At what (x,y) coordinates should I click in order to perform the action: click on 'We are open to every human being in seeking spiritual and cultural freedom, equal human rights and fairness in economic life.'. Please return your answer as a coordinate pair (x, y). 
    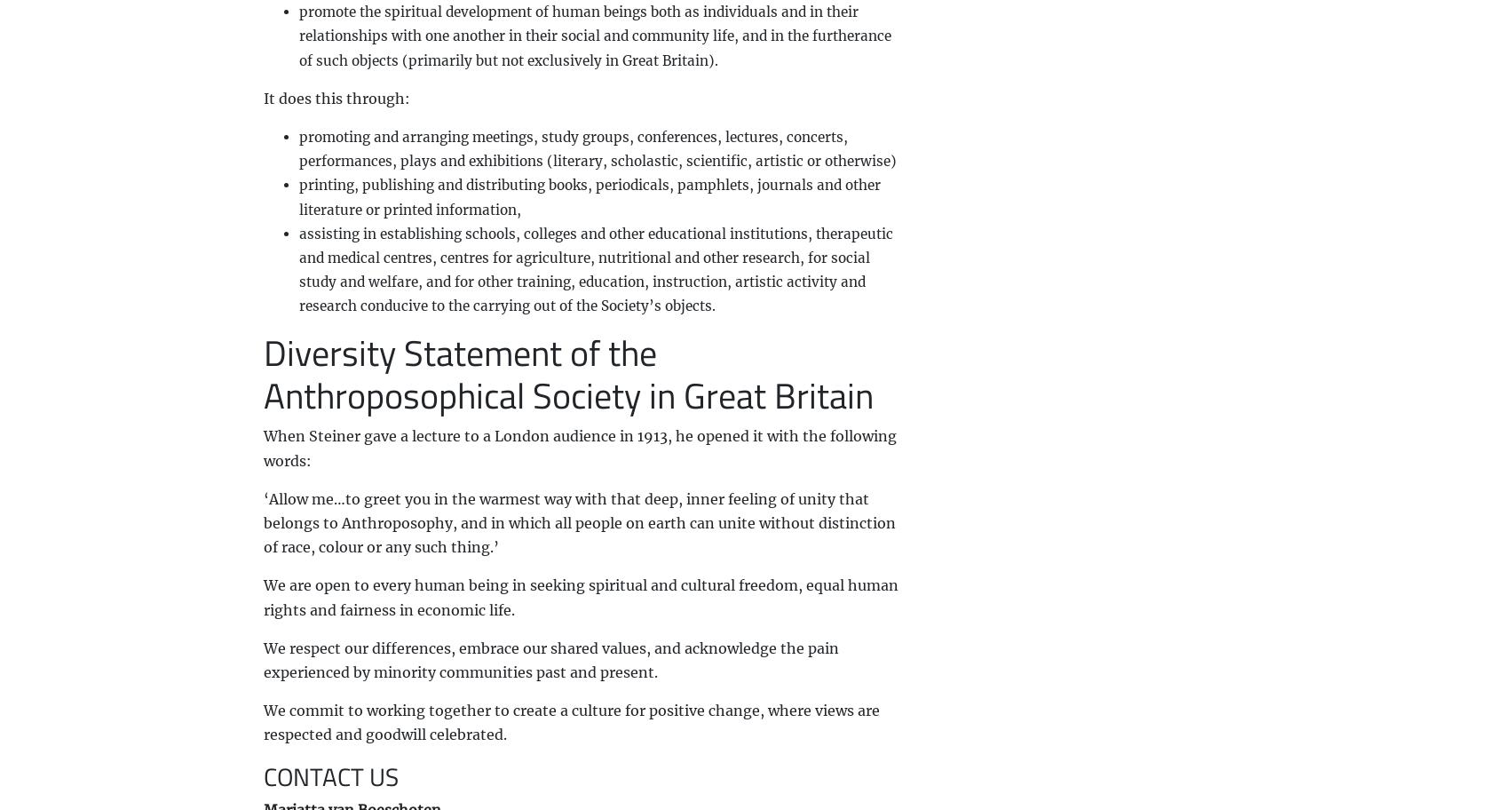
    Looking at the image, I should click on (579, 596).